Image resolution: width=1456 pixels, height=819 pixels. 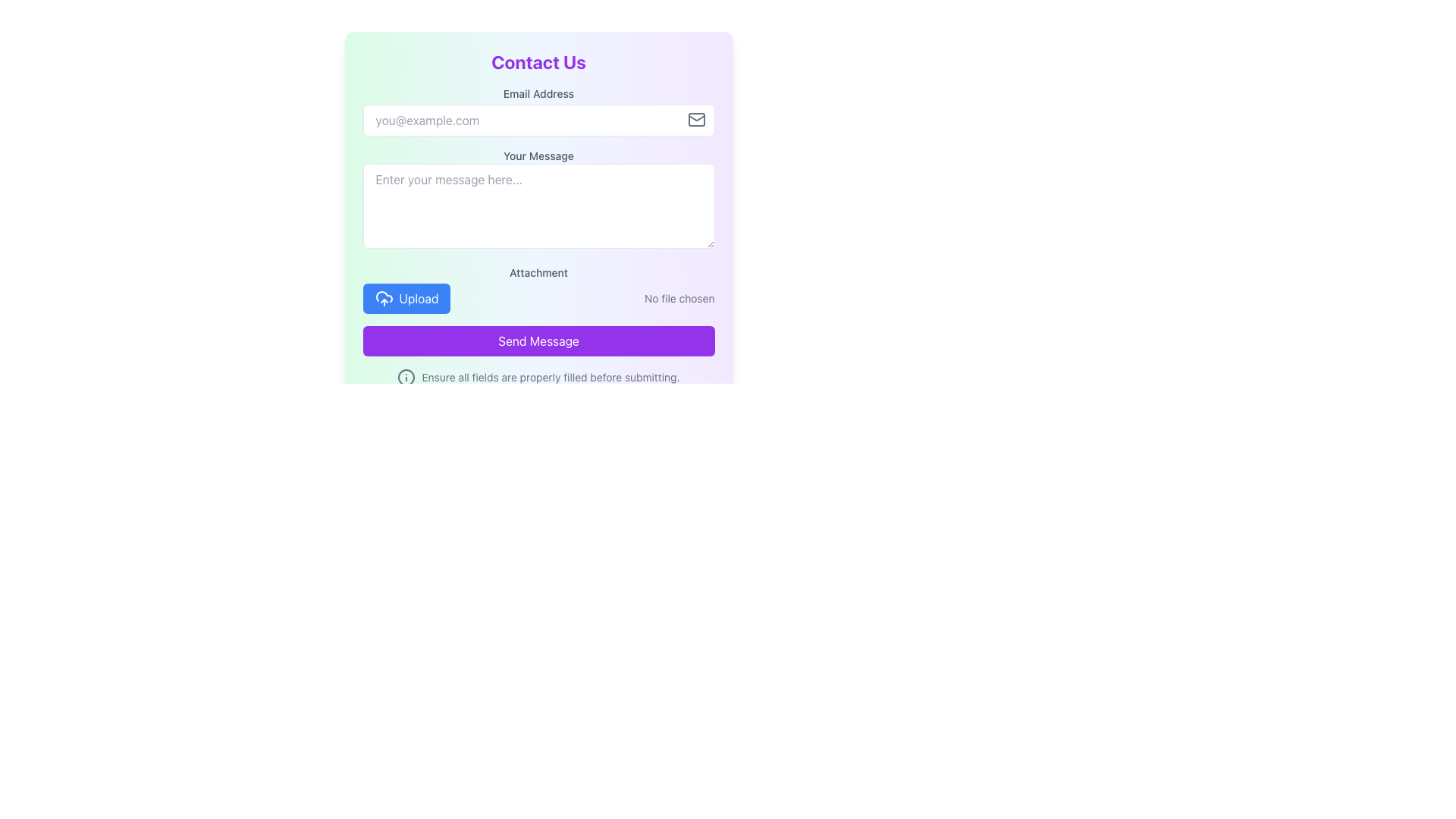 I want to click on the text label that displays the word 'Attachment', styled with a small font size and light gray color, located at the top edge of the file upload section, directly above the 'Upload' button, so click(x=538, y=271).